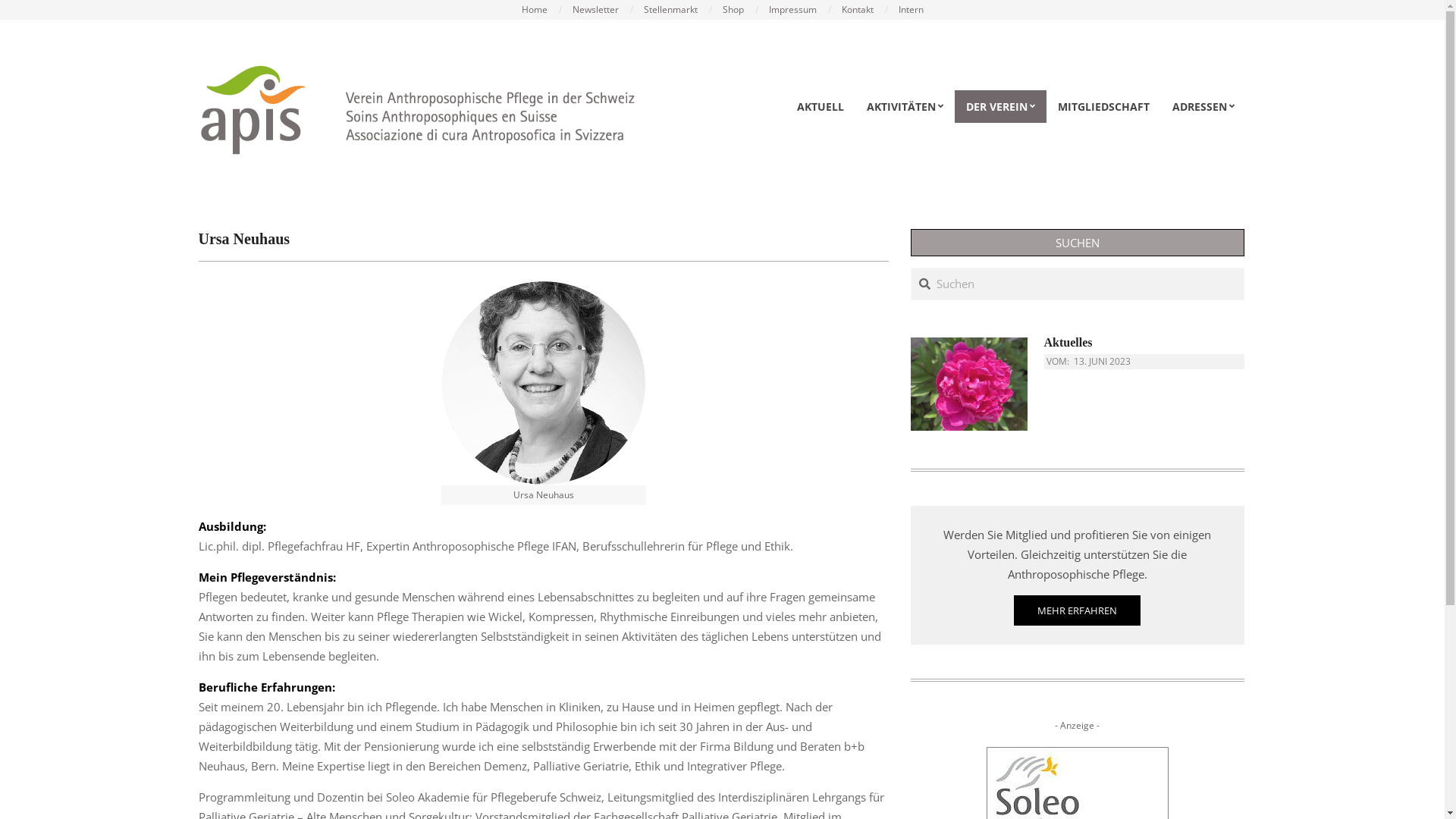  I want to click on 'AKTUELL', so click(819, 105).